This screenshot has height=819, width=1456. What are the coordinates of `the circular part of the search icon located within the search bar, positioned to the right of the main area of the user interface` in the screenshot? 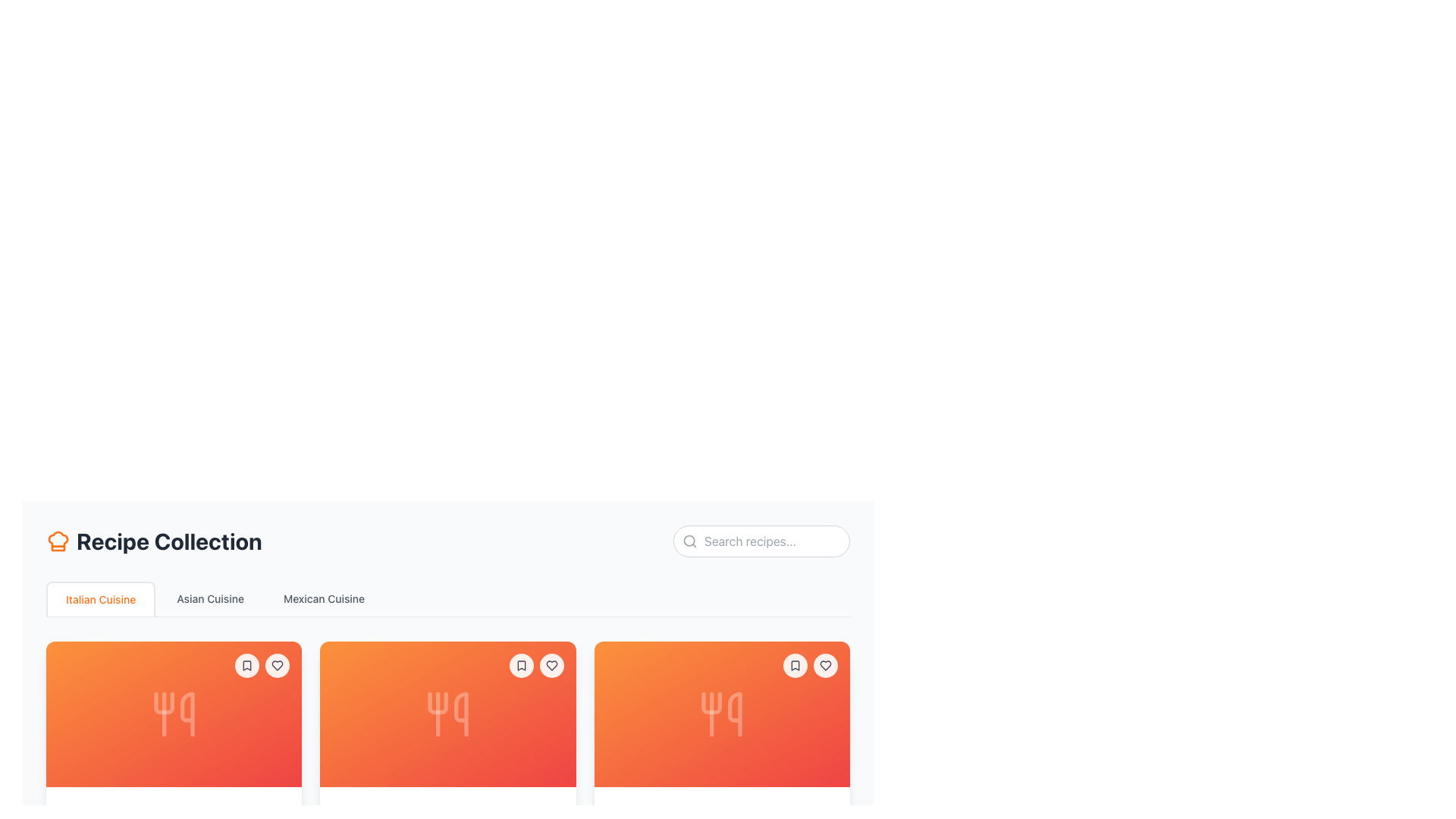 It's located at (689, 540).